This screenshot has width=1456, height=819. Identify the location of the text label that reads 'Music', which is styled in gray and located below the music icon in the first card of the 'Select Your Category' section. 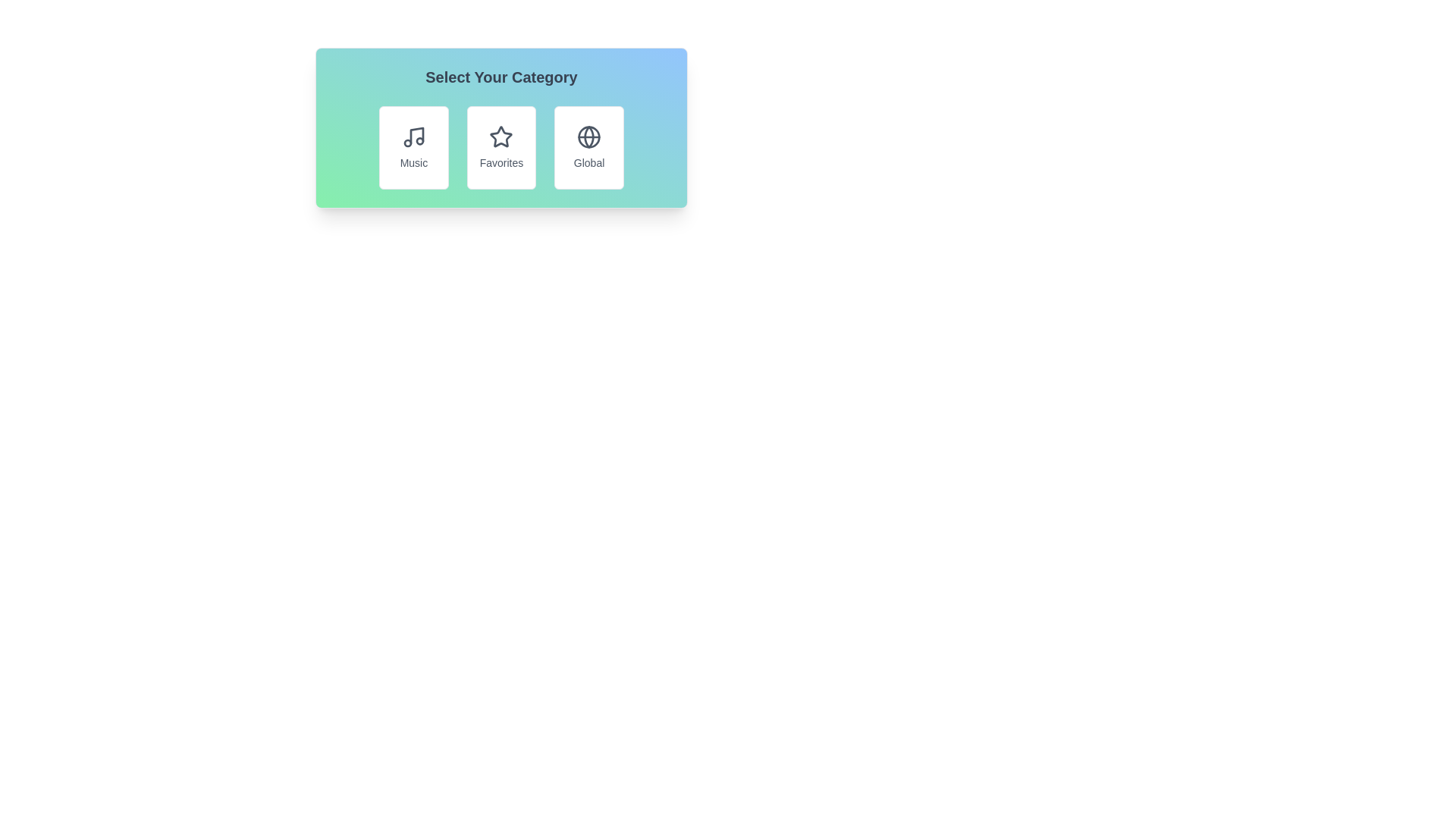
(413, 163).